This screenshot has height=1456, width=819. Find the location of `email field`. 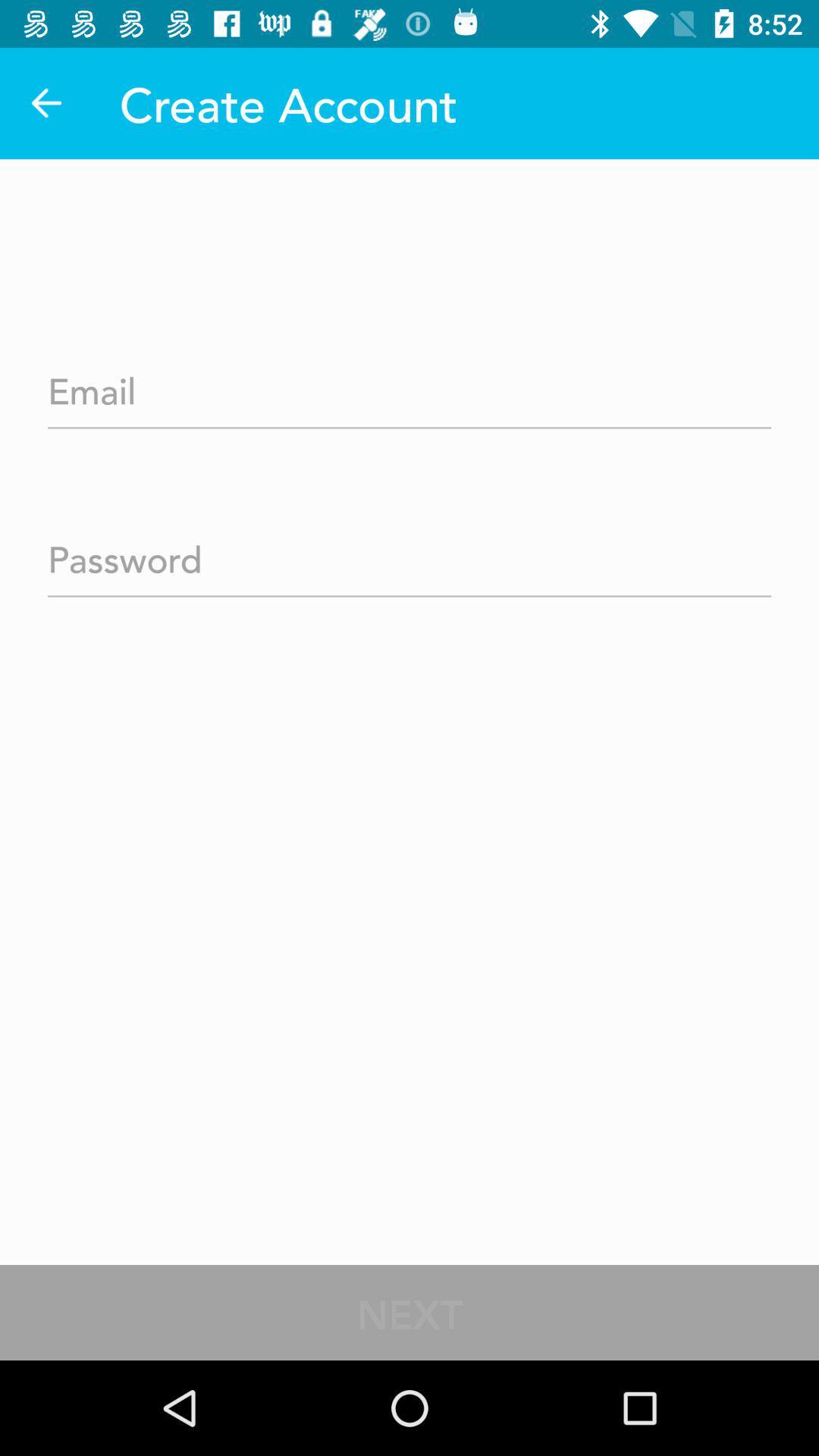

email field is located at coordinates (409, 386).